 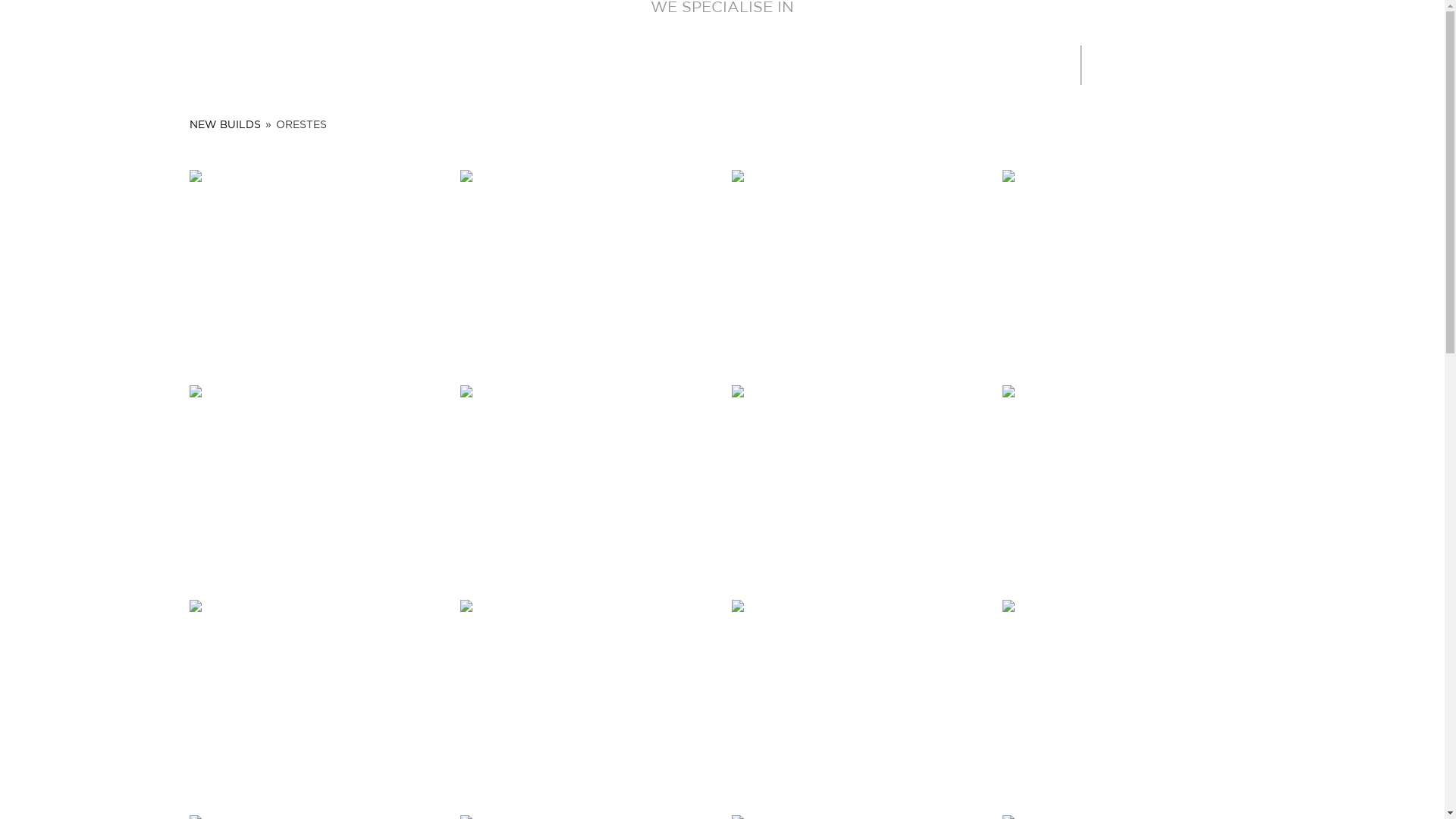 I want to click on 'Orestes', so click(x=858, y=483).